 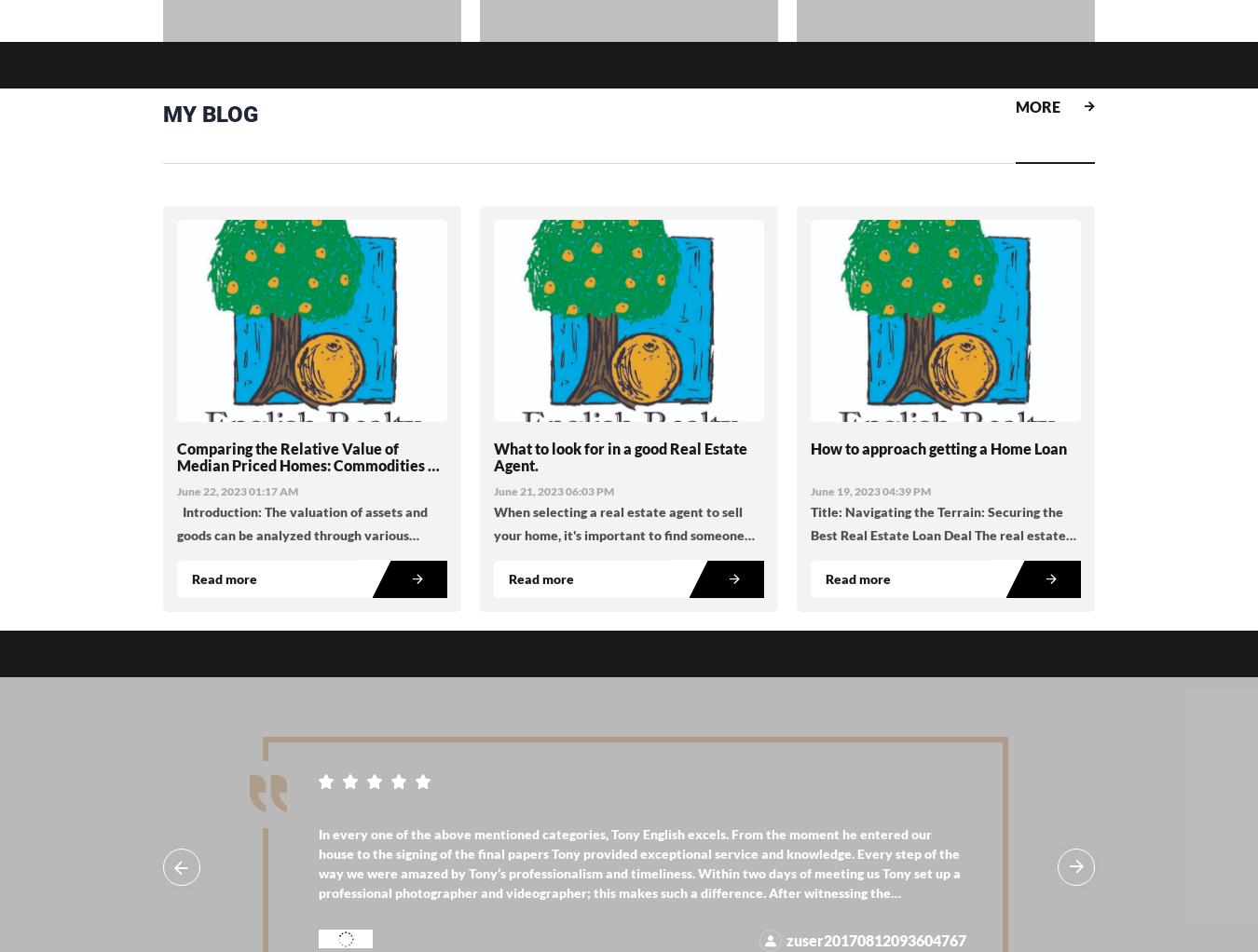 What do you see at coordinates (493, 490) in the screenshot?
I see `'June 21, 2023 06:03 PM'` at bounding box center [493, 490].